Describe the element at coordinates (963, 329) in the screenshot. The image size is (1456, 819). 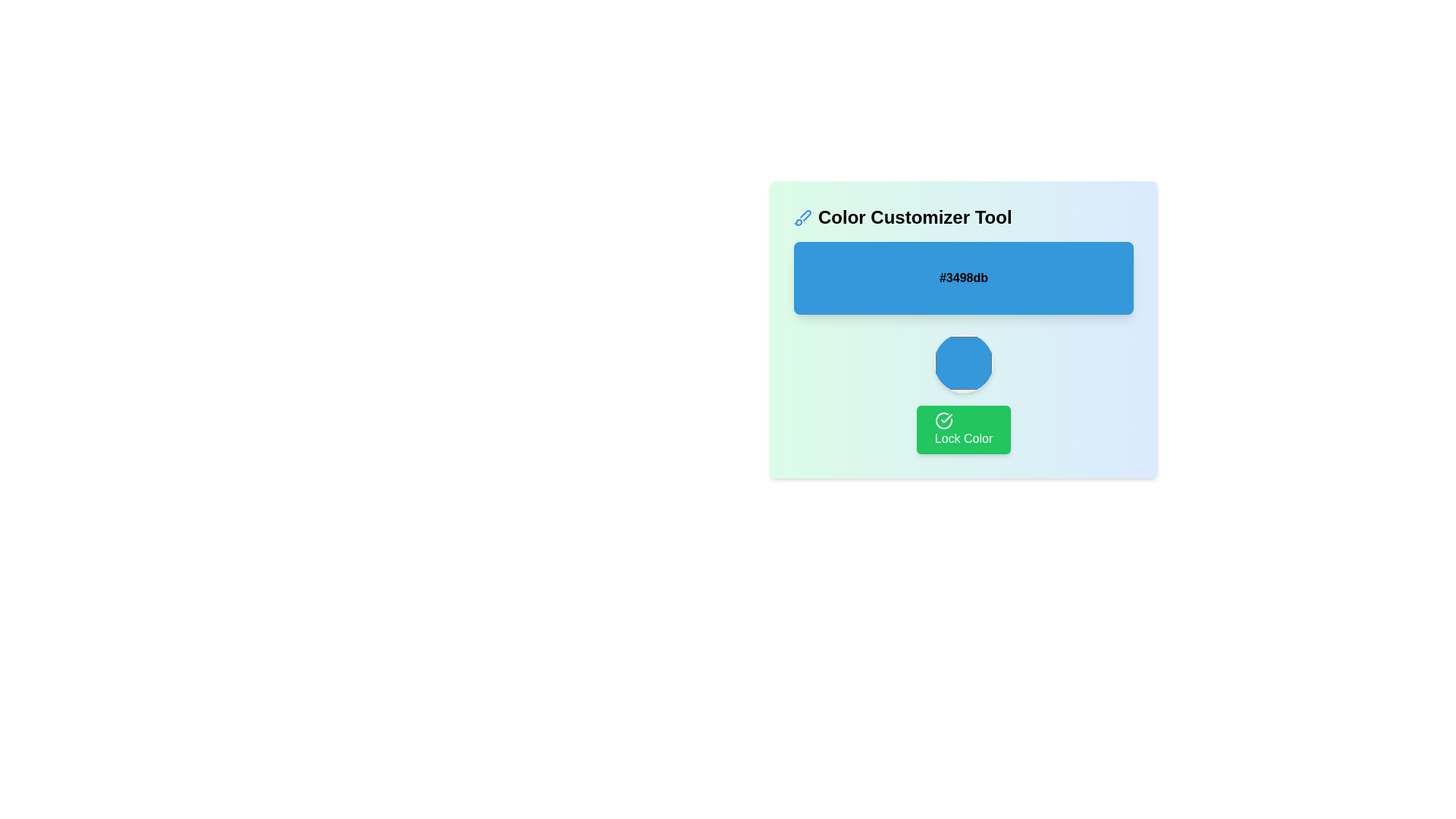
I see `the circular color picker element, which is styled with a blue fill and is 80 pixels in diameter` at that location.